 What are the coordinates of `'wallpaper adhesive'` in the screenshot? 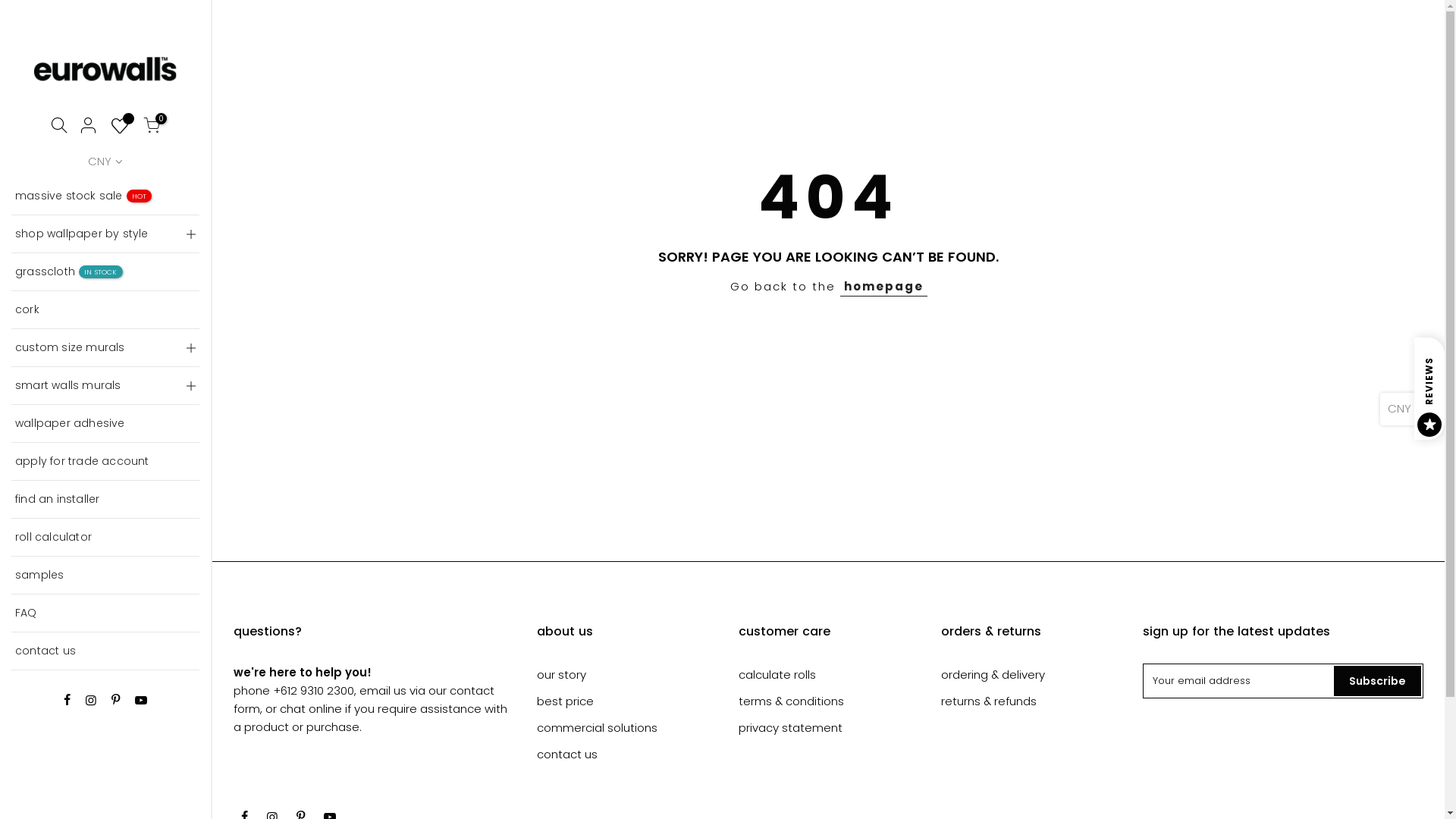 It's located at (105, 424).